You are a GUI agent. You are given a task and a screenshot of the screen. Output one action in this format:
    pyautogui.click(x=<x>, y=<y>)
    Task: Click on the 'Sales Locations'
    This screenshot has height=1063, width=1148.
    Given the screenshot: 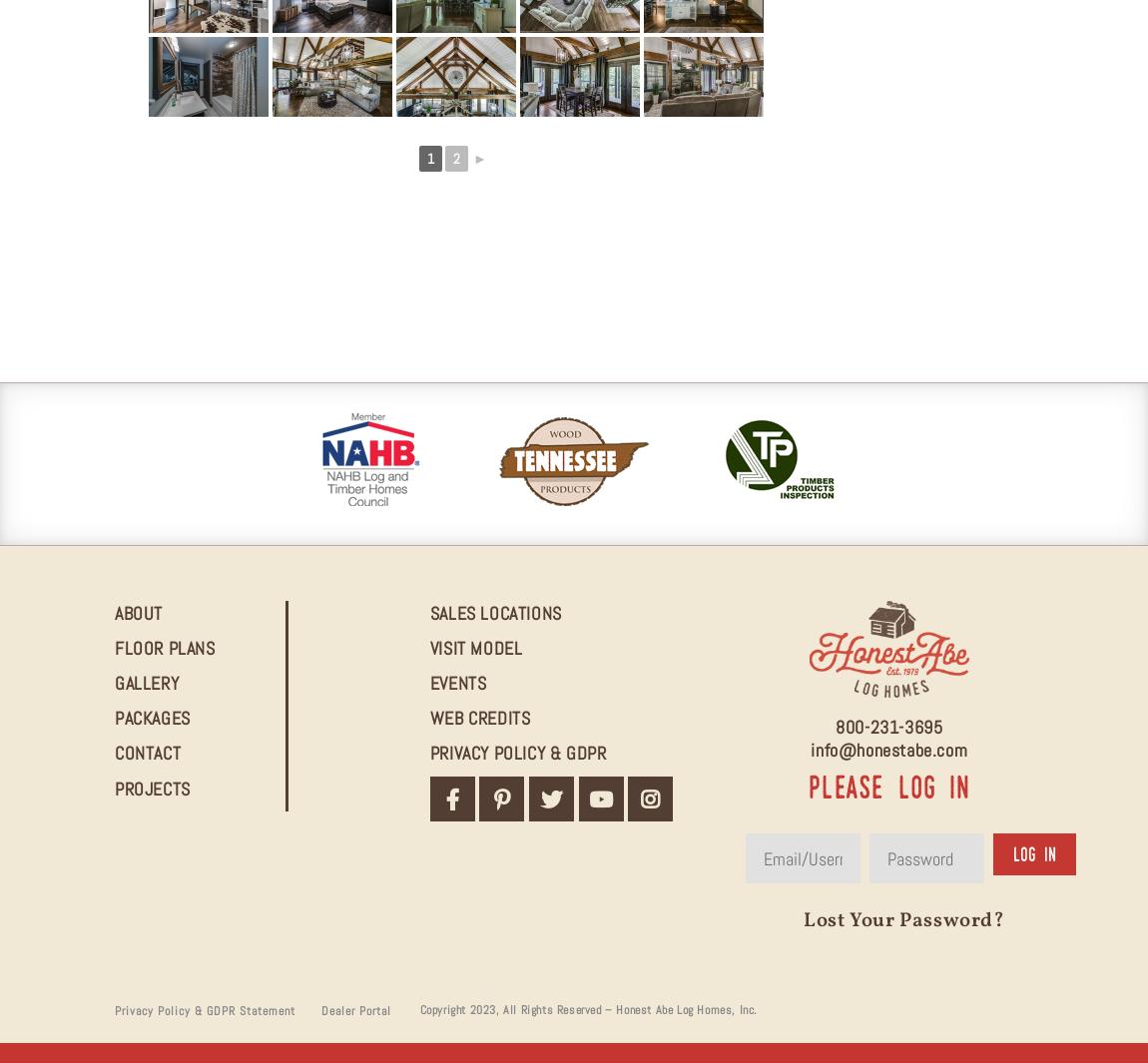 What is the action you would take?
    pyautogui.click(x=494, y=612)
    